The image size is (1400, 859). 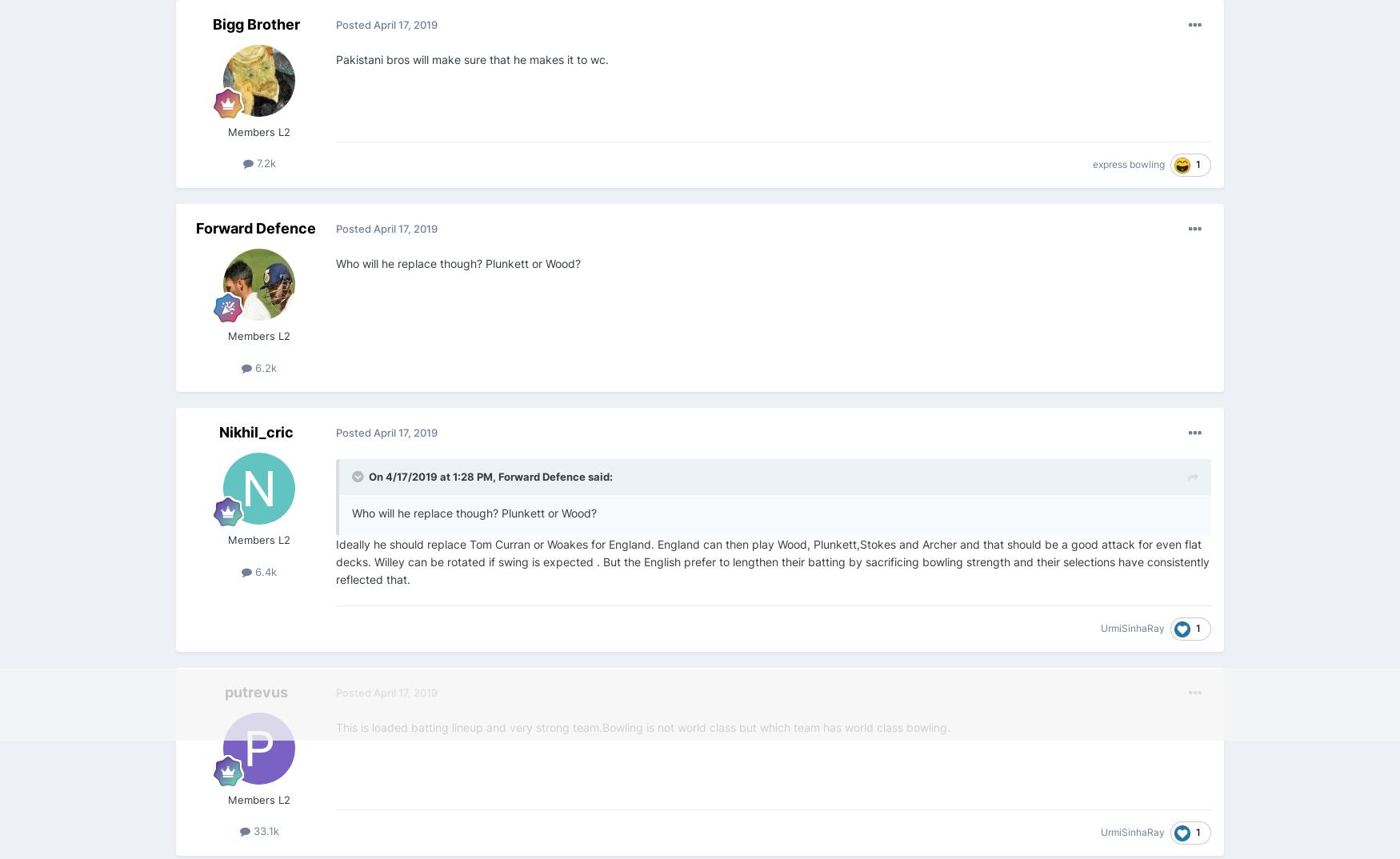 What do you see at coordinates (255, 690) in the screenshot?
I see `'putrevus'` at bounding box center [255, 690].